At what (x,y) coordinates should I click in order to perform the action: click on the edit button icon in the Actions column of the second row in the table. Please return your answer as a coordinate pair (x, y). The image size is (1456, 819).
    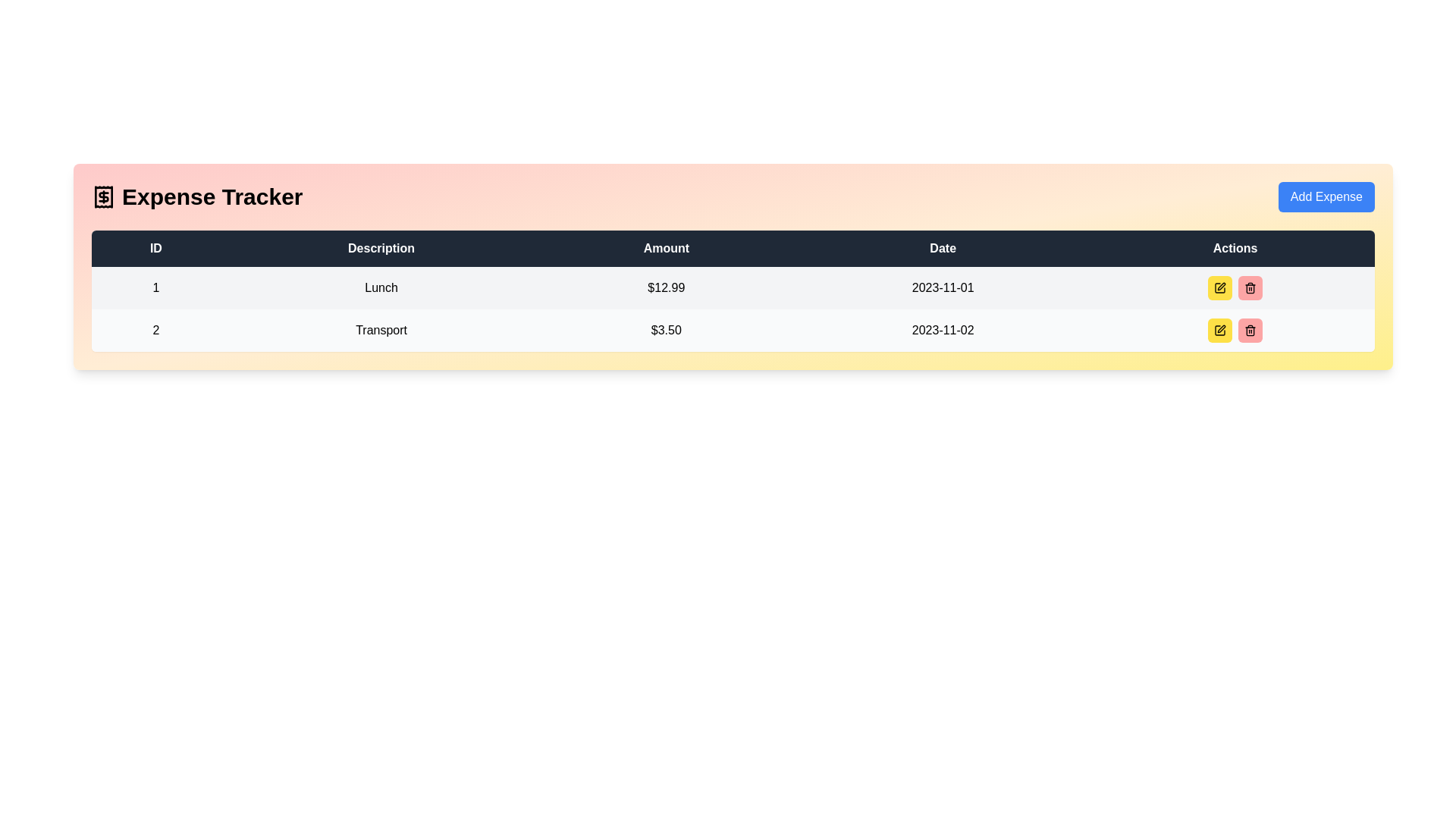
    Looking at the image, I should click on (1222, 287).